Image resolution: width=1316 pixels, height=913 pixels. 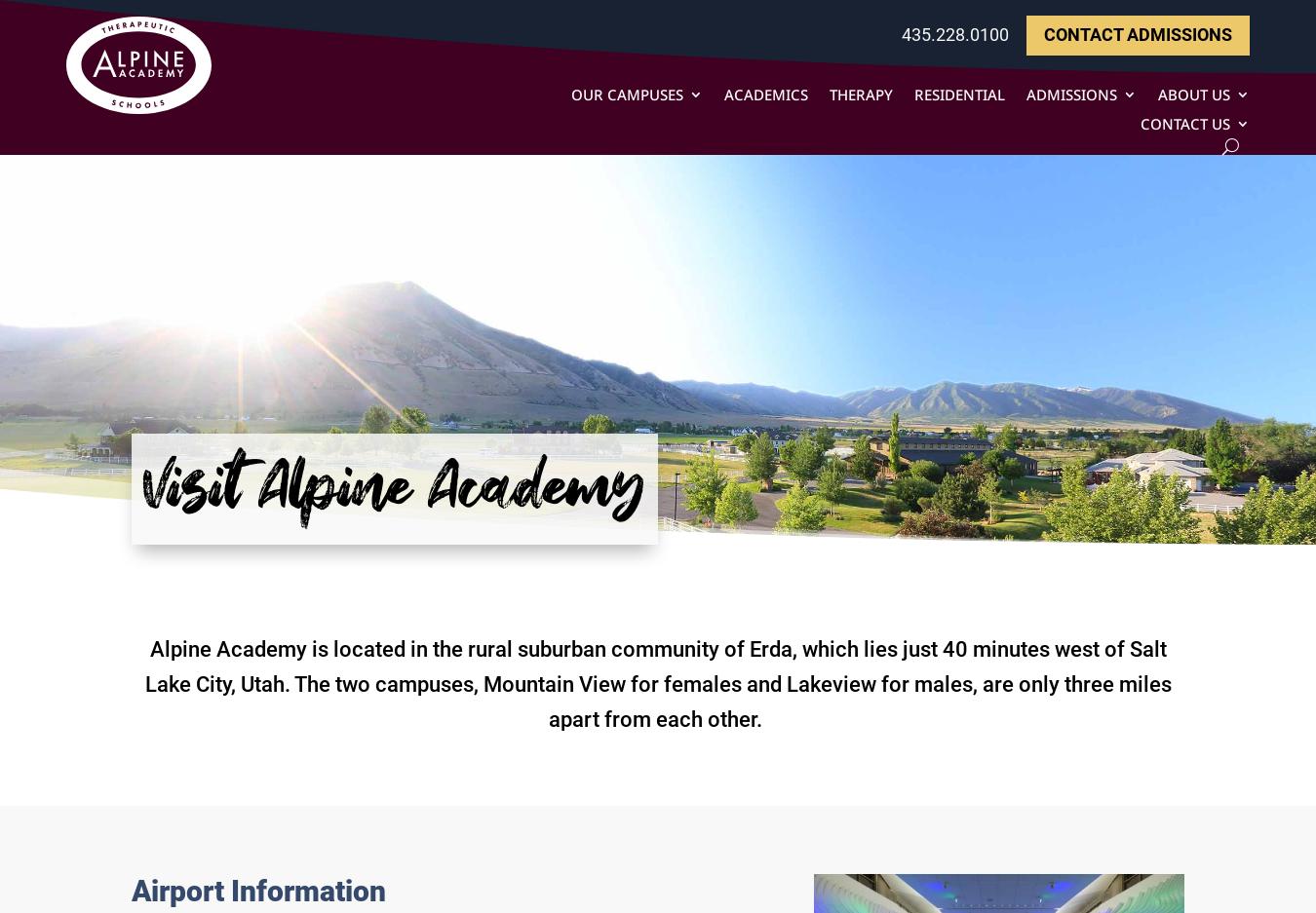 I want to click on 'News & Events', so click(x=1224, y=217).